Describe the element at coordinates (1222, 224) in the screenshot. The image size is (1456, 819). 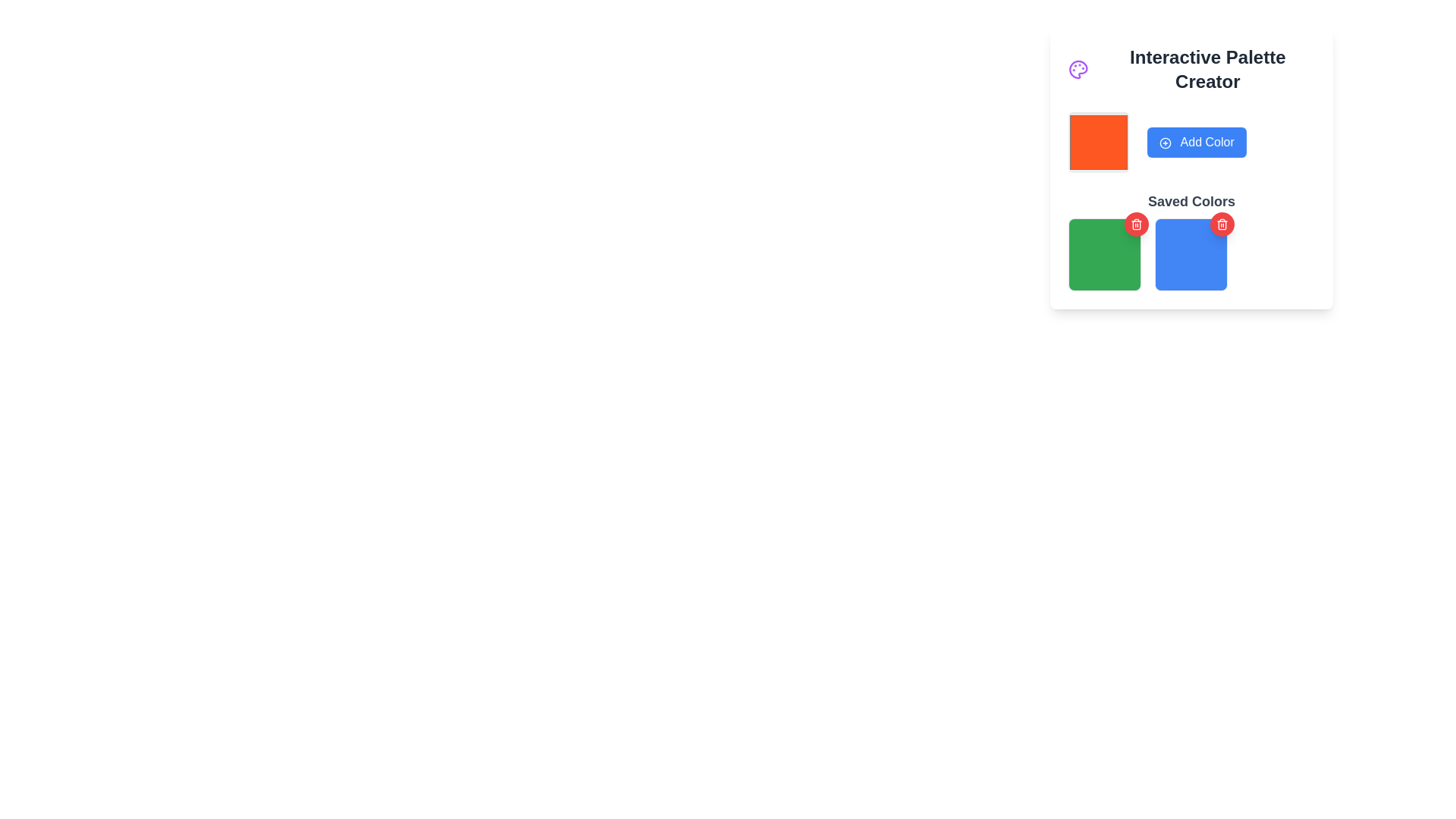
I see `the delete icon button` at that location.